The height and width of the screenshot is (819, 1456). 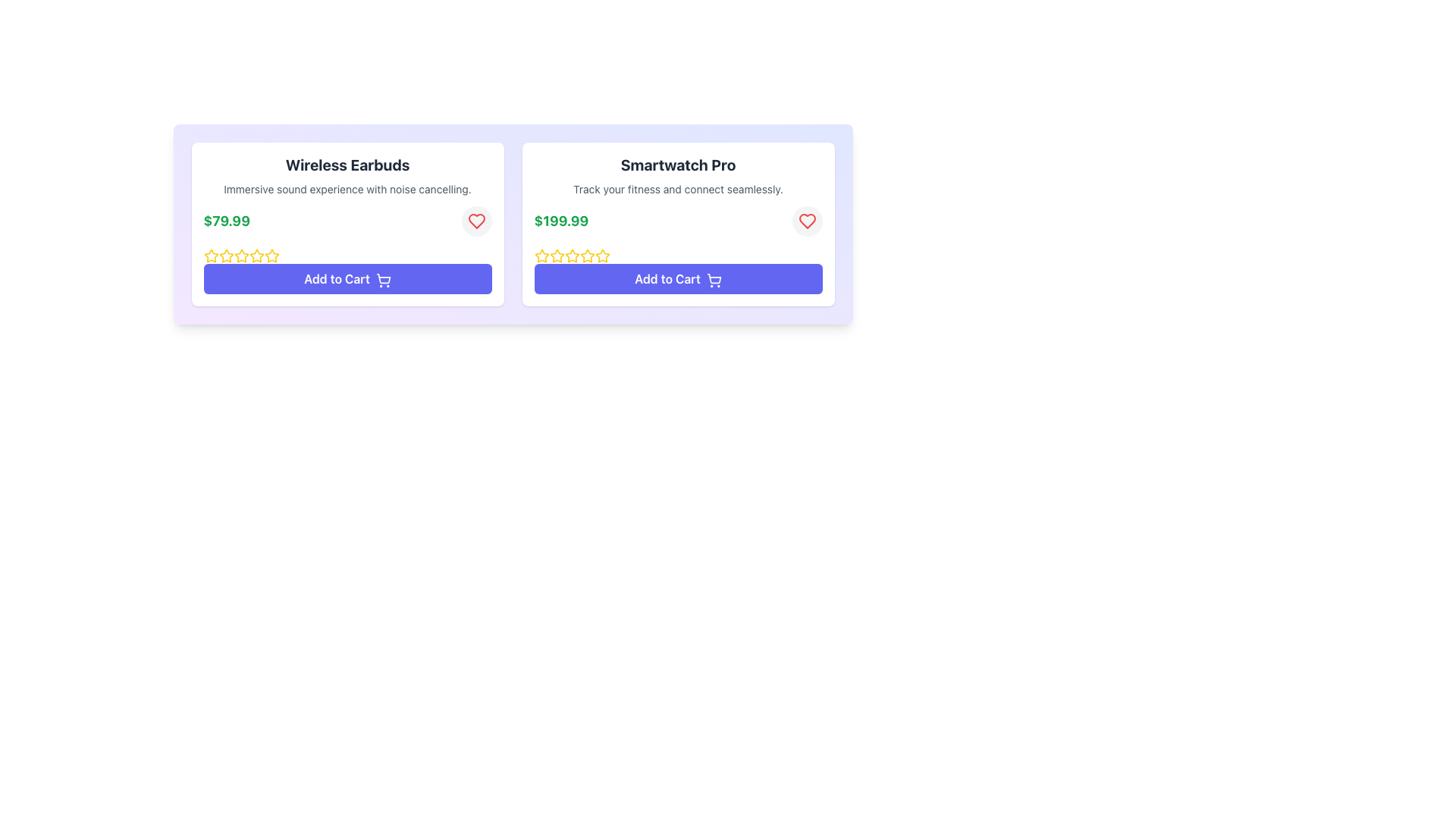 What do you see at coordinates (713, 280) in the screenshot?
I see `the shopping cart icon located at the right end of the 'Add to Cart' button for the 'Smartwatch Pro' product as a visual indicator` at bounding box center [713, 280].